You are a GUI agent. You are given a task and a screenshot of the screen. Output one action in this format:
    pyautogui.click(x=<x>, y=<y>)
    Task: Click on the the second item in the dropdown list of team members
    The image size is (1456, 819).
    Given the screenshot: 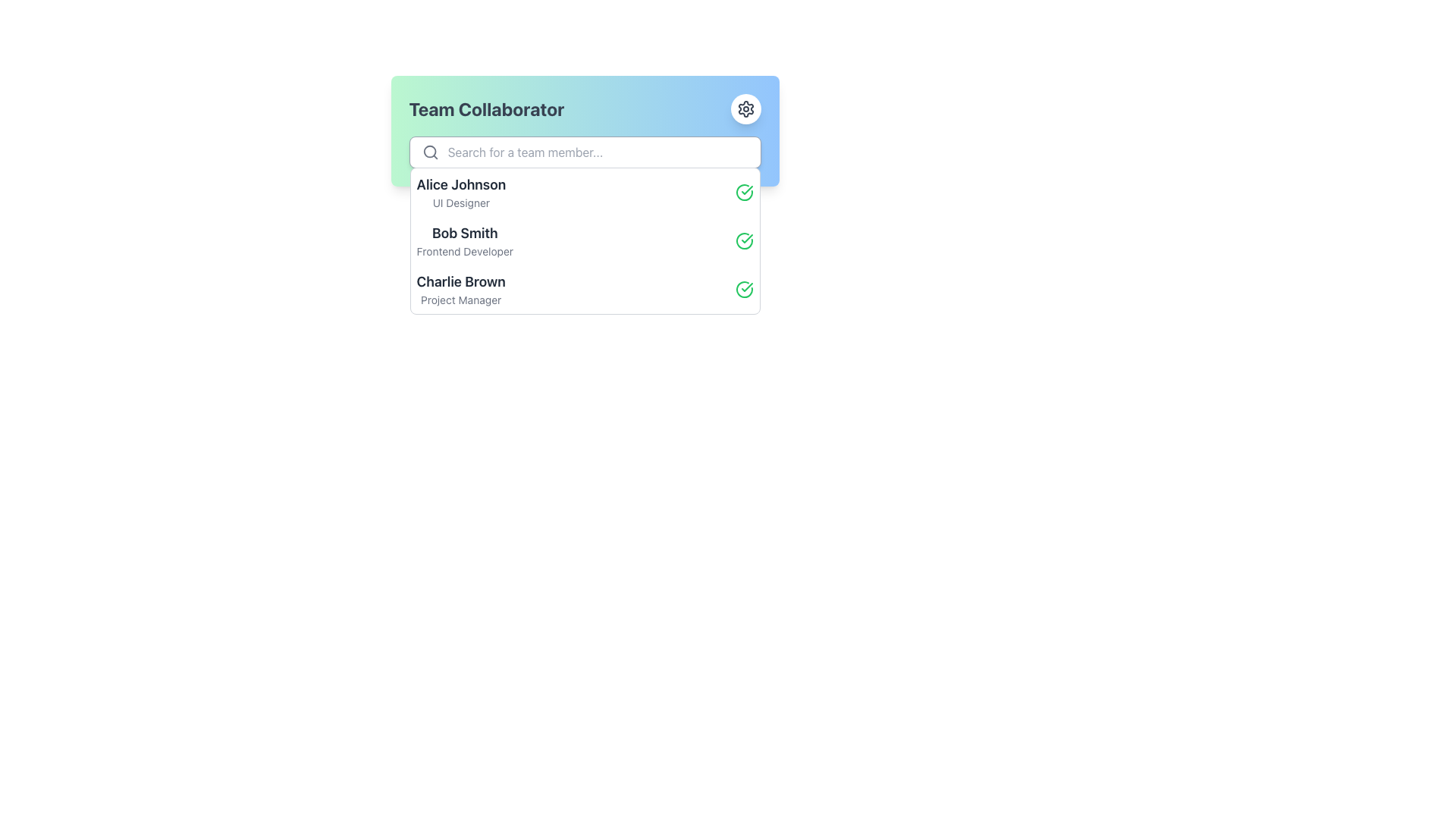 What is the action you would take?
    pyautogui.click(x=584, y=240)
    